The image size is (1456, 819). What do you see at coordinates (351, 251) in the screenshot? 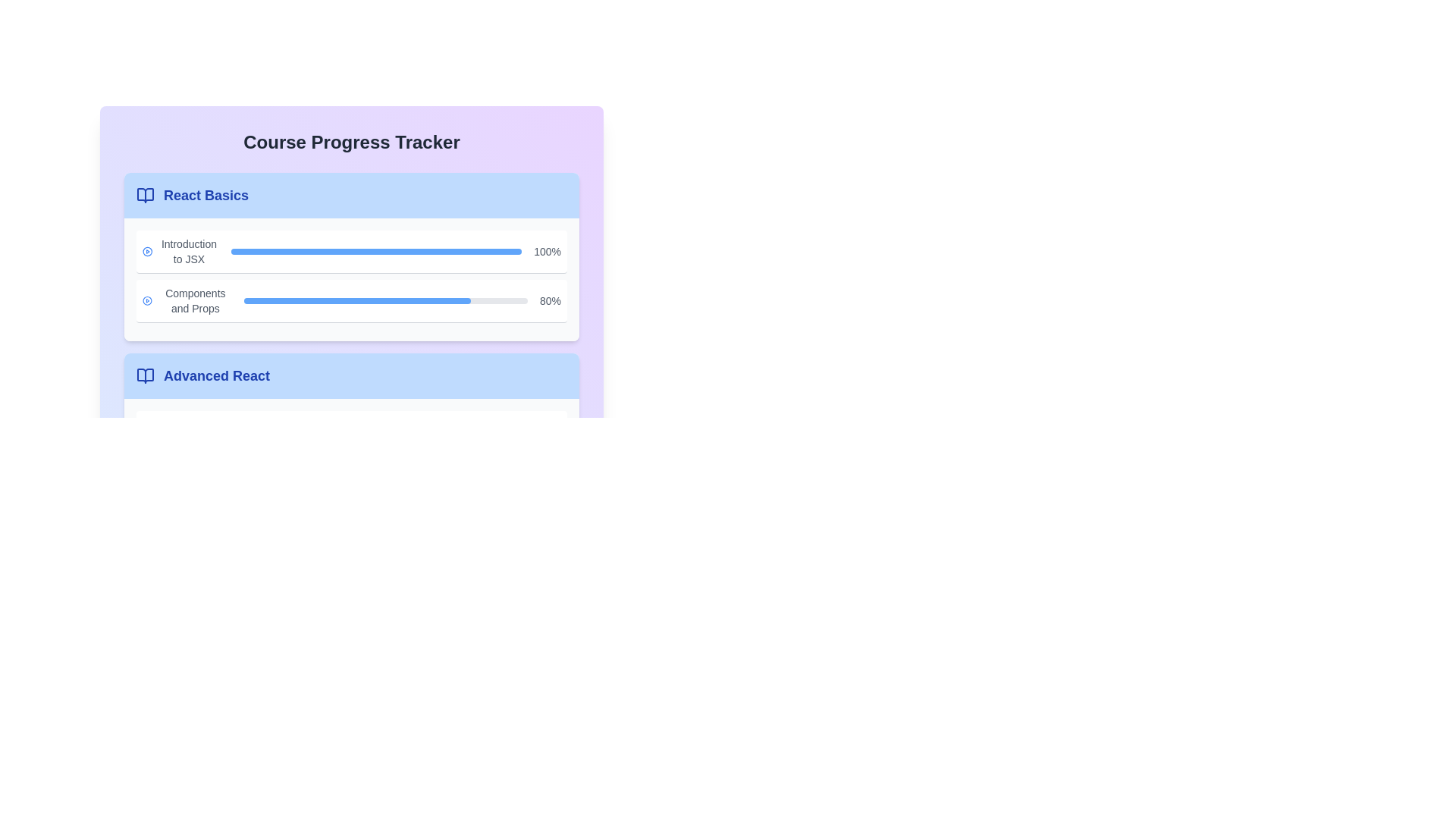
I see `the Progress Tracker Segment displaying 'Introduction to JSX' with a blue circular play icon and a filled blue progress bar indicating 100% completion` at bounding box center [351, 251].